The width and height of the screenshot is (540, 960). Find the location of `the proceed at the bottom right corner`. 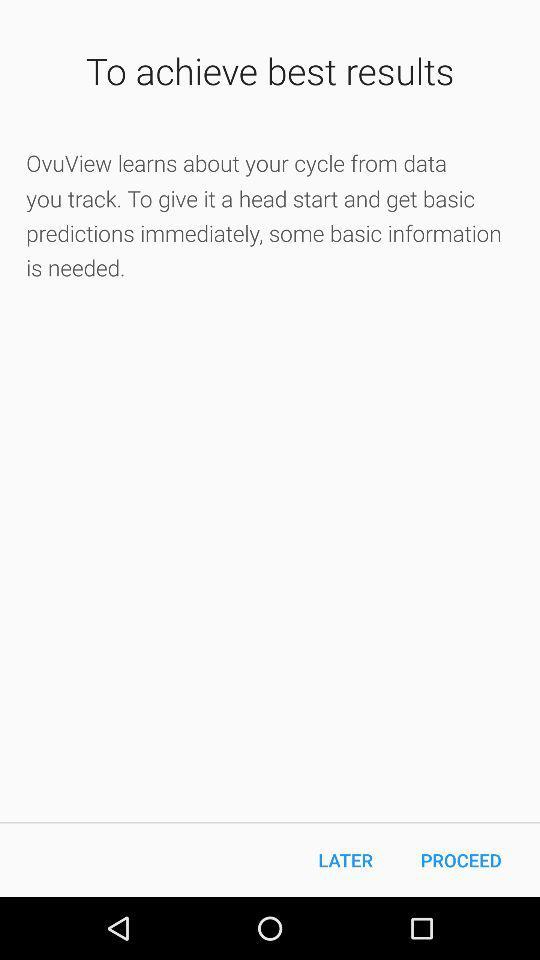

the proceed at the bottom right corner is located at coordinates (461, 859).